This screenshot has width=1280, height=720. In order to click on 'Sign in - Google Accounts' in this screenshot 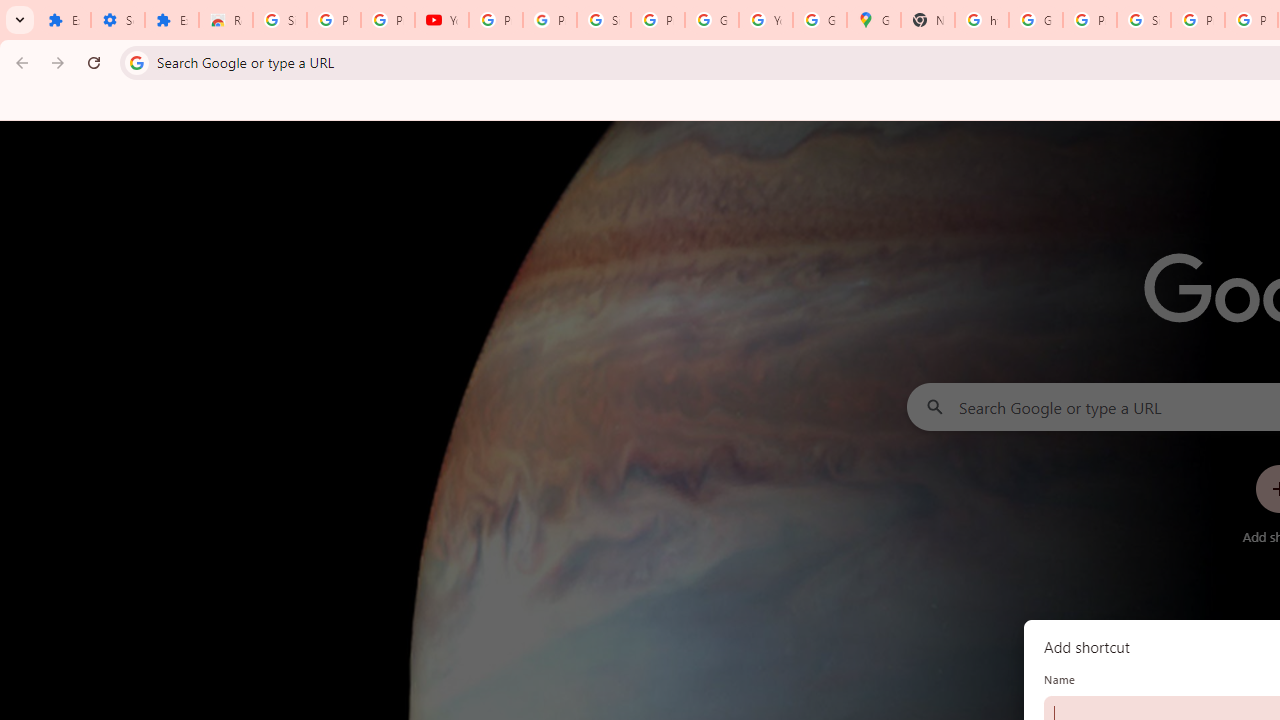, I will do `click(603, 20)`.